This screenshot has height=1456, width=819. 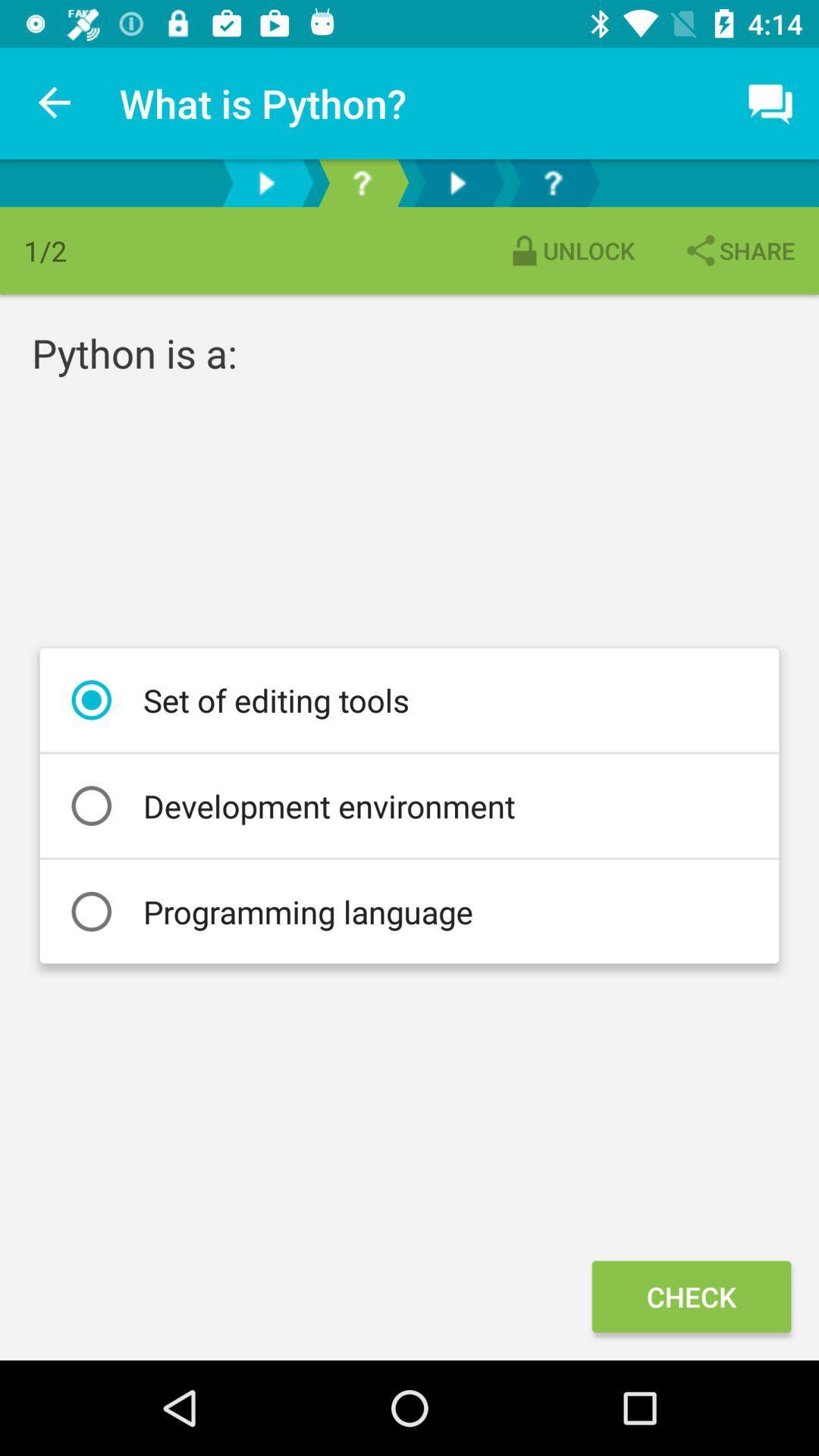 What do you see at coordinates (570, 250) in the screenshot?
I see `item to the left of the share item` at bounding box center [570, 250].